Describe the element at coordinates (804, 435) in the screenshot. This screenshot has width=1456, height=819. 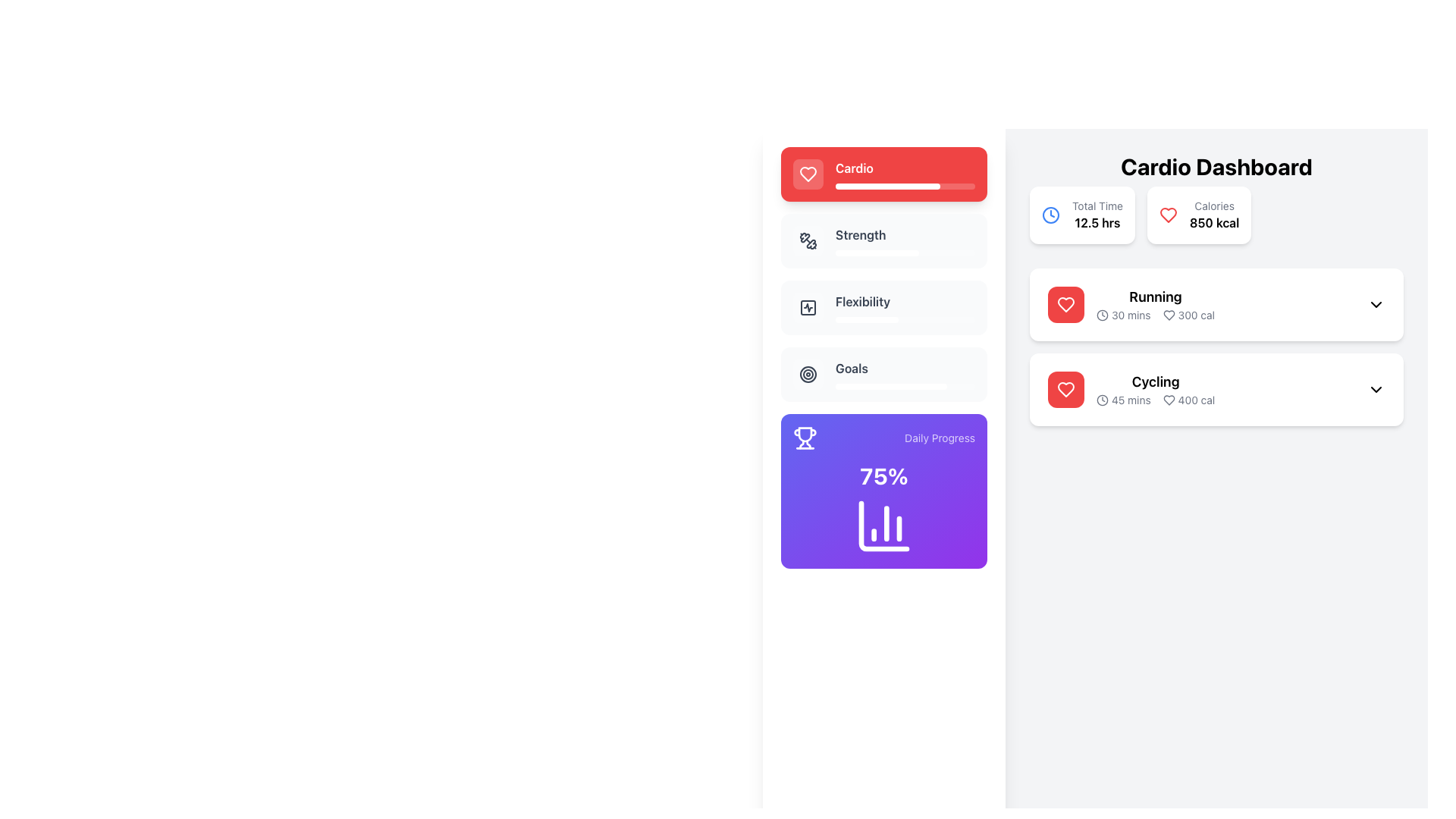
I see `the trophy cup icon that represents achievements, located centrally among similar graphical components` at that location.